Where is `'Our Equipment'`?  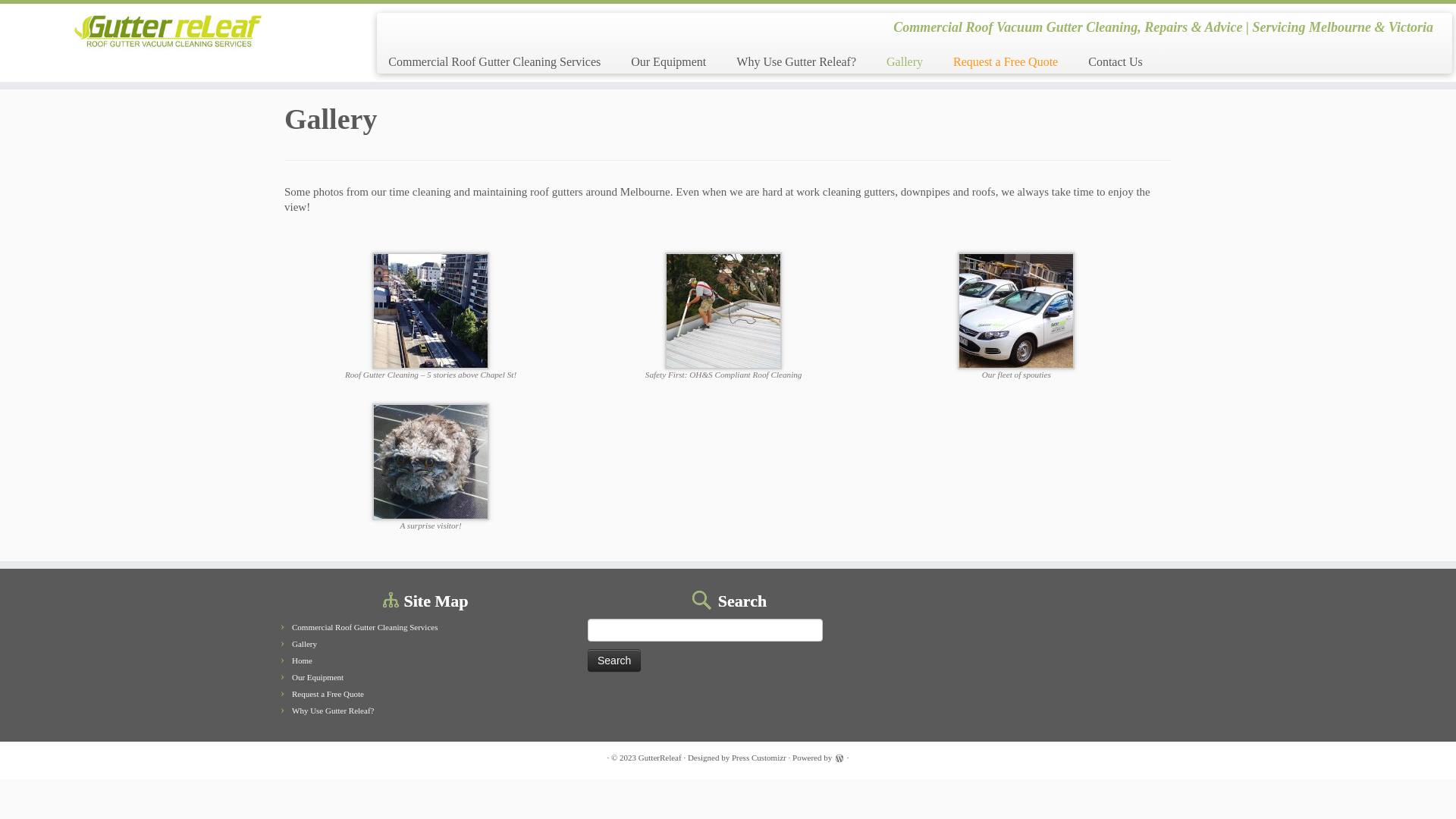
'Our Equipment' is located at coordinates (316, 676).